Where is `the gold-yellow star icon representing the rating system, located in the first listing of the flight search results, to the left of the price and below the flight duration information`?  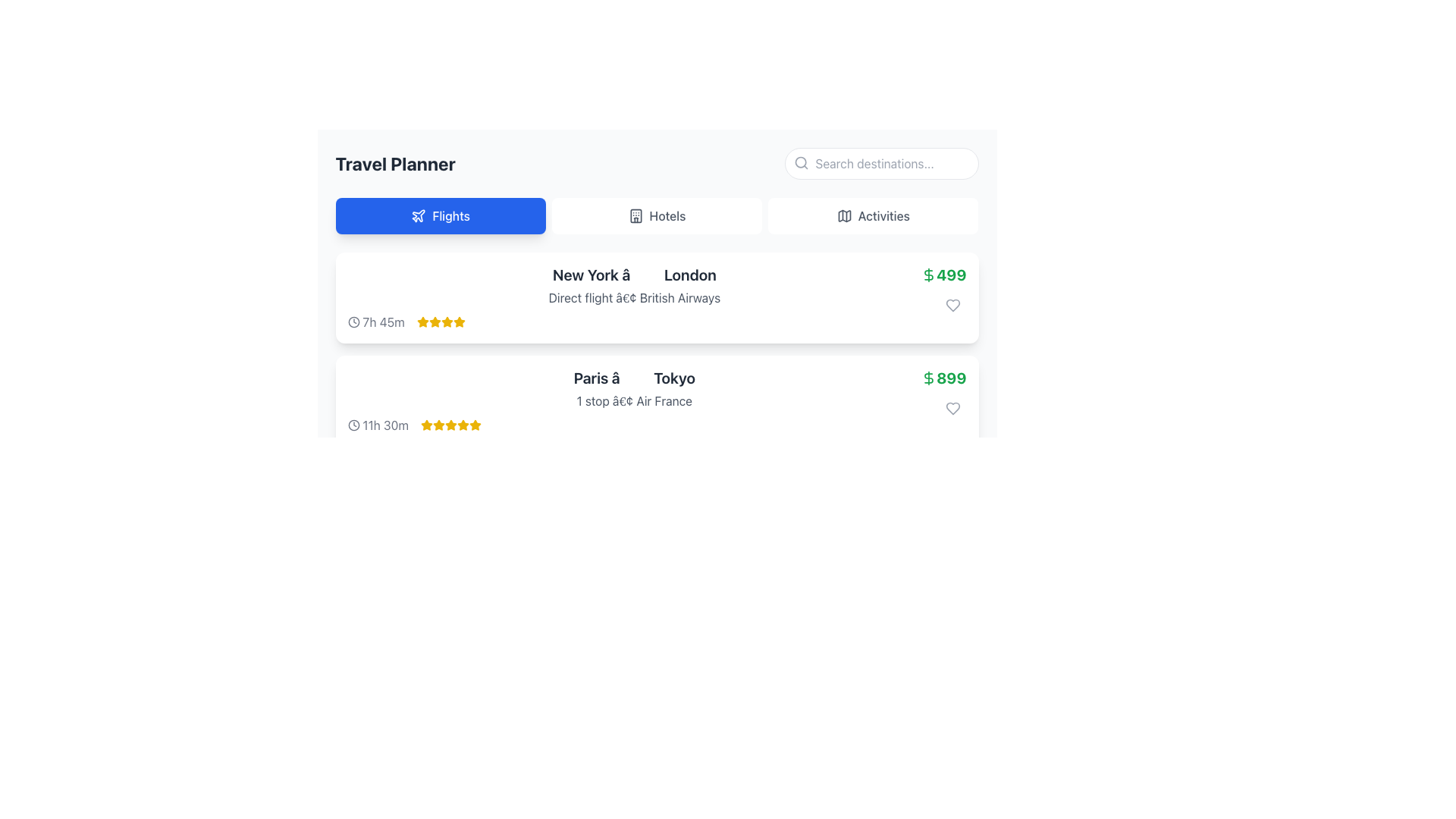 the gold-yellow star icon representing the rating system, located in the first listing of the flight search results, to the left of the price and below the flight duration information is located at coordinates (422, 321).